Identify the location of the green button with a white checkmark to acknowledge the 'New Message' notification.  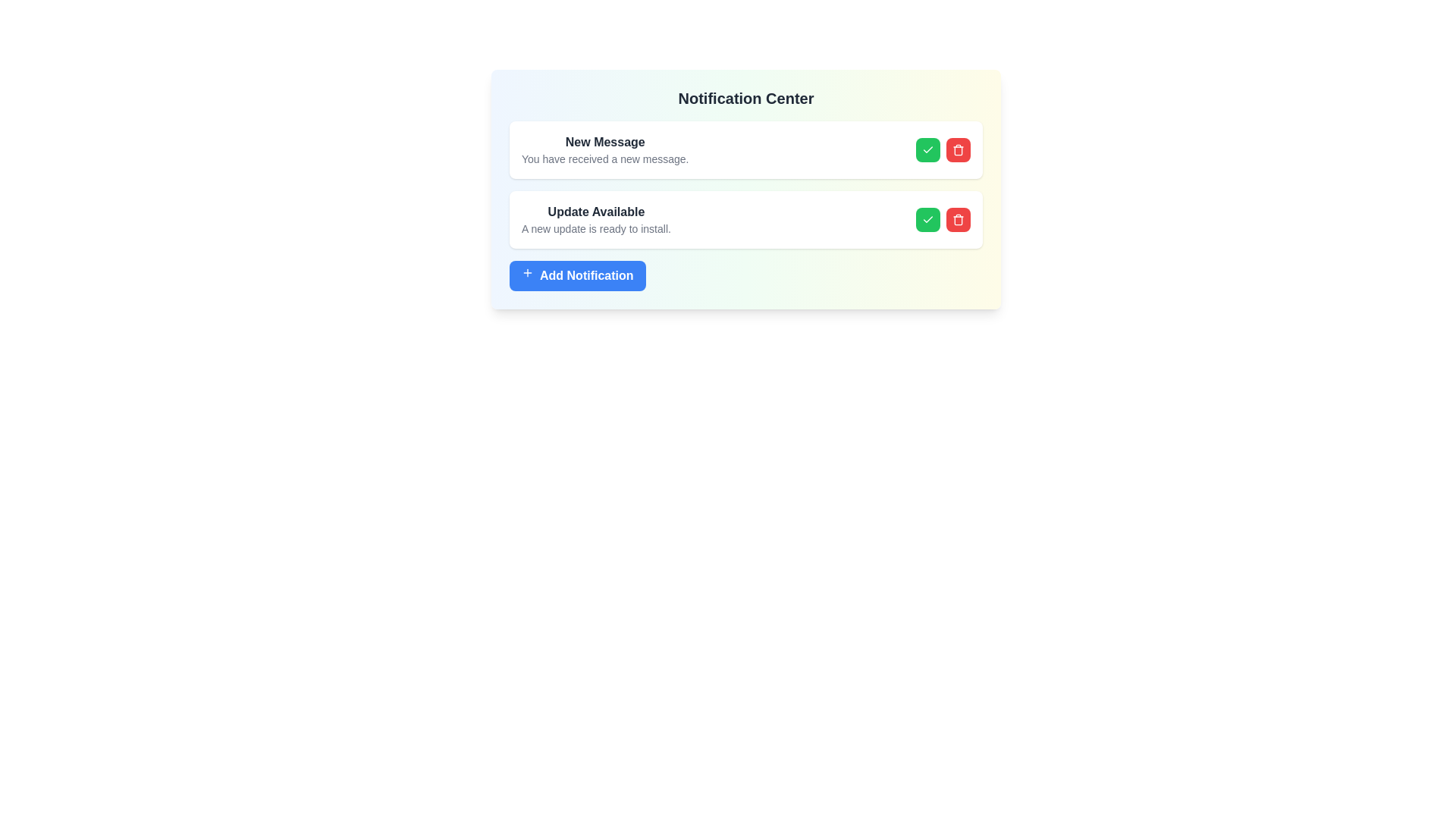
(927, 149).